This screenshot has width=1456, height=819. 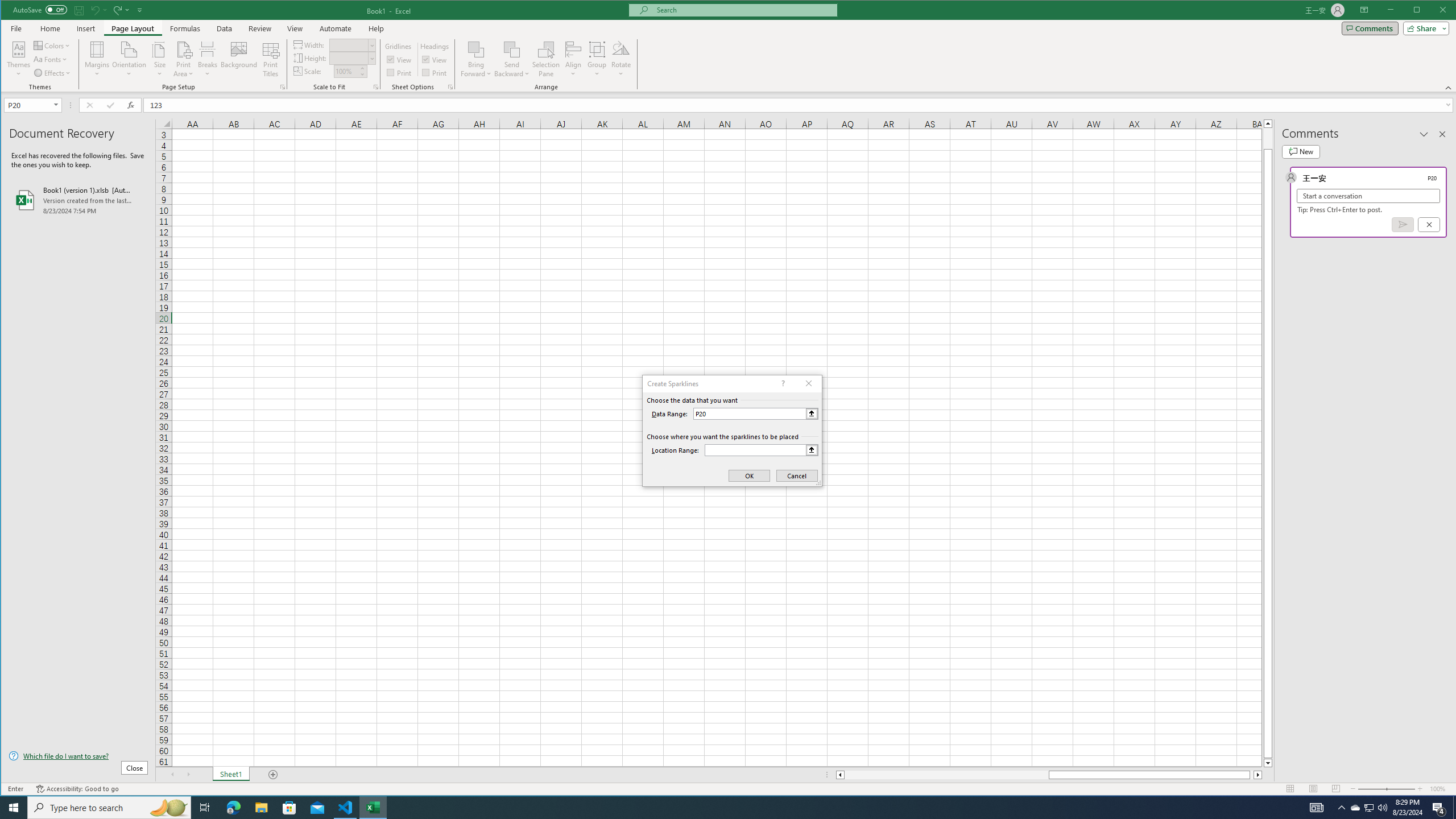 What do you see at coordinates (206, 59) in the screenshot?
I see `'Breaks'` at bounding box center [206, 59].